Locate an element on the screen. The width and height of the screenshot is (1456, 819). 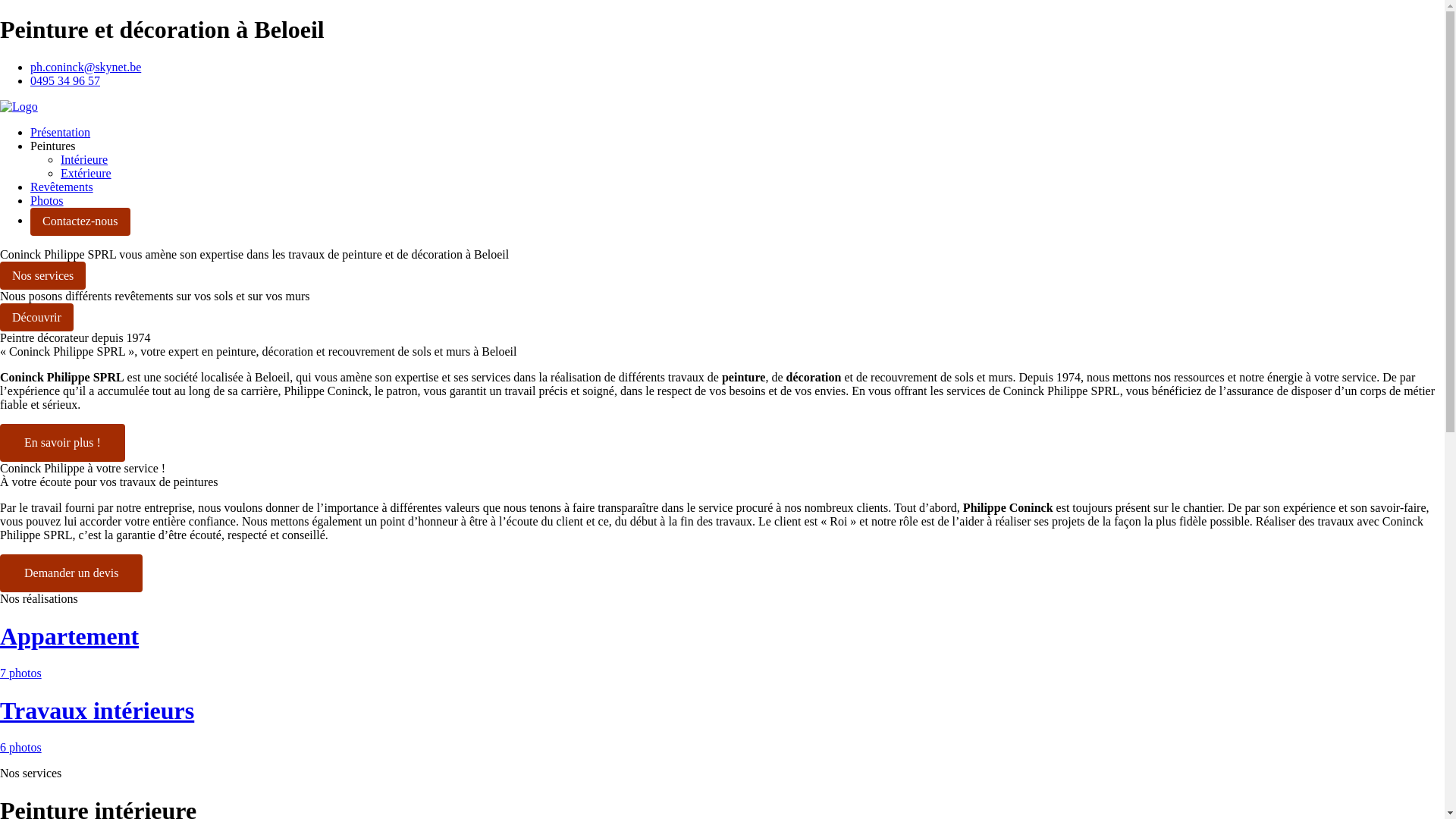
'Demander un devis' is located at coordinates (0, 573).